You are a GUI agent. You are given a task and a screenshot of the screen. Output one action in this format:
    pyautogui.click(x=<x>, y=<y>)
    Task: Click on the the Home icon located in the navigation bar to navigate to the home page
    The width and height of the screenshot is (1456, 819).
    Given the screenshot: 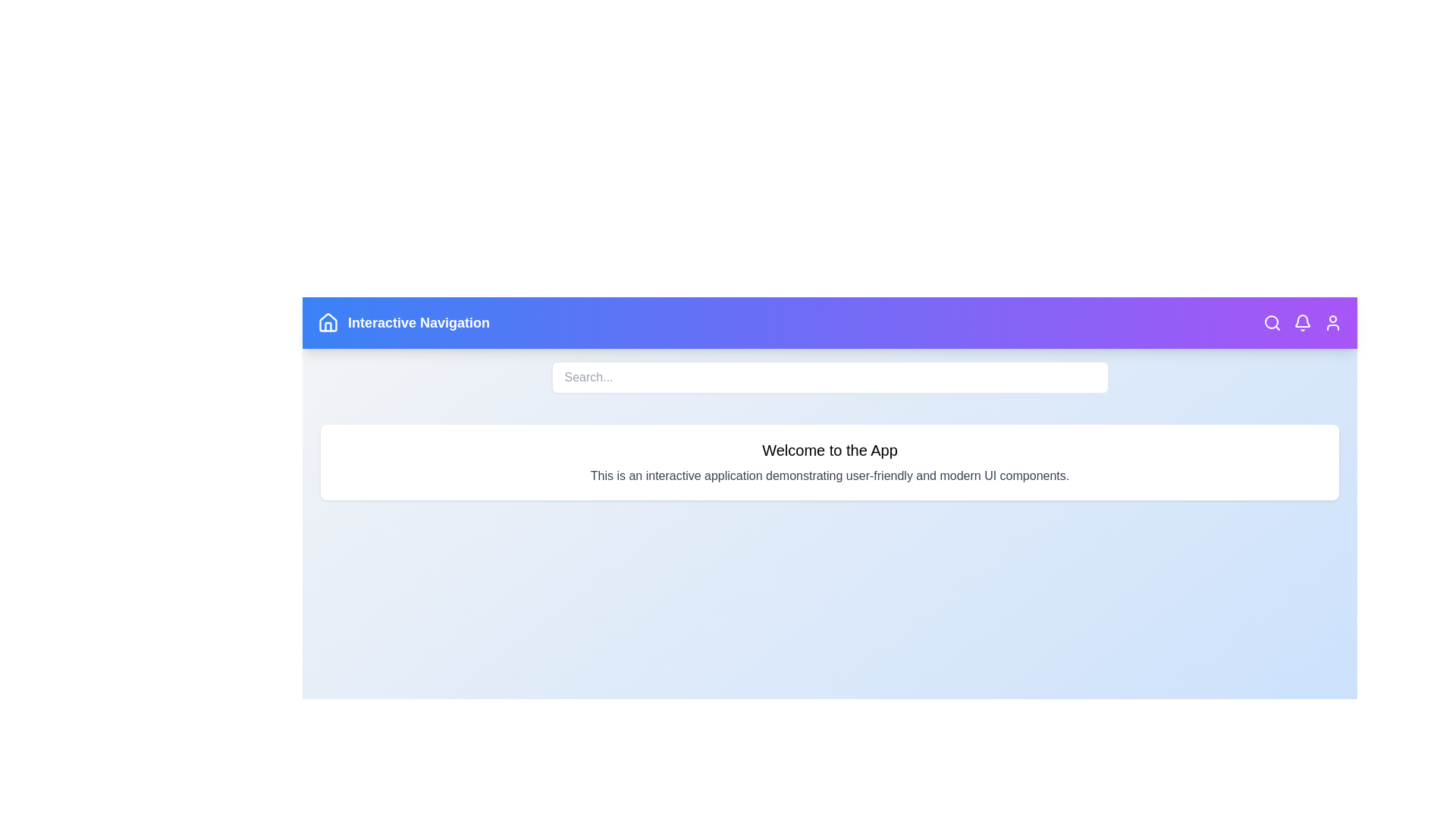 What is the action you would take?
    pyautogui.click(x=327, y=322)
    